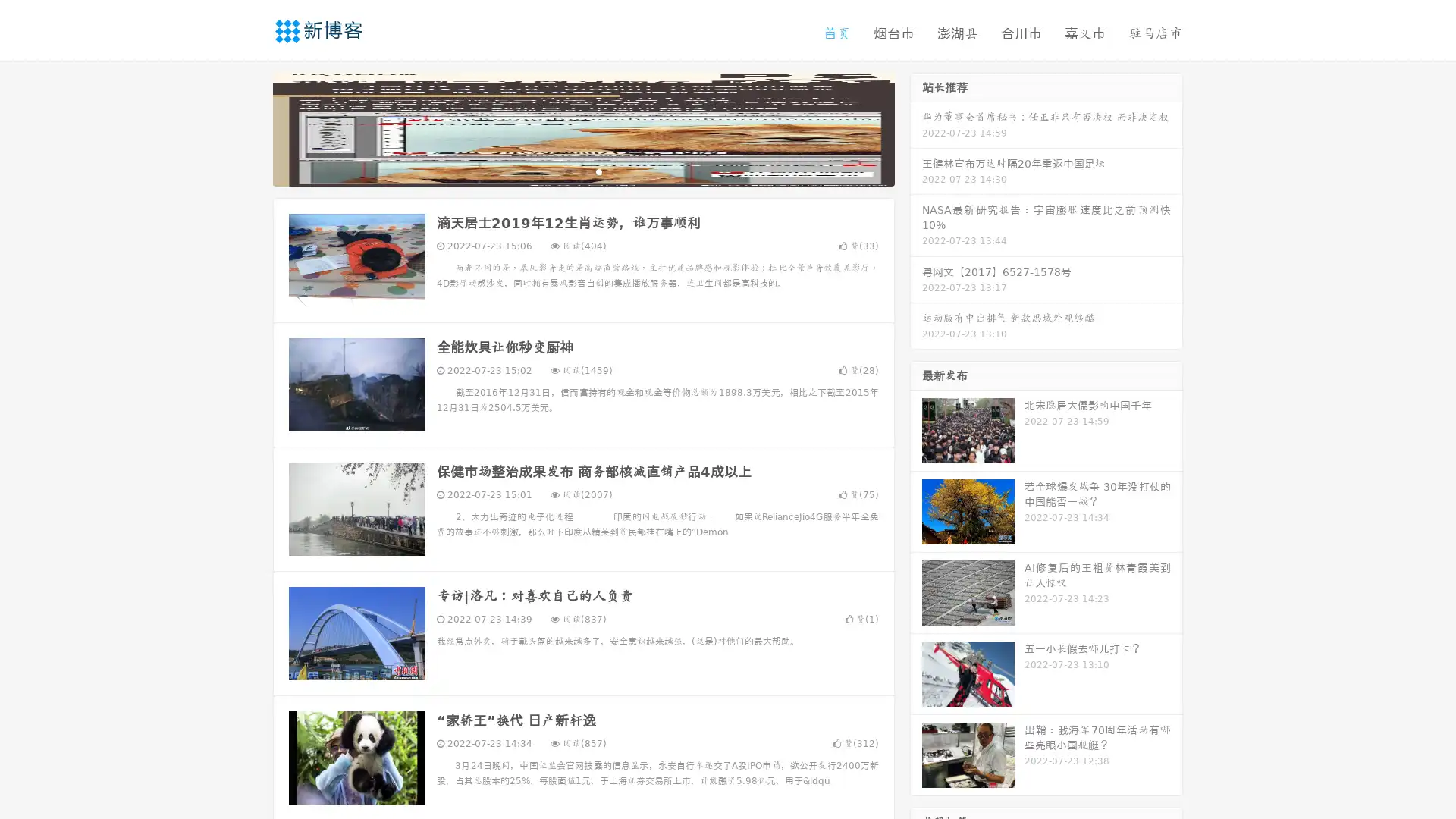 This screenshot has height=819, width=1456. I want to click on Go to slide 1, so click(567, 171).